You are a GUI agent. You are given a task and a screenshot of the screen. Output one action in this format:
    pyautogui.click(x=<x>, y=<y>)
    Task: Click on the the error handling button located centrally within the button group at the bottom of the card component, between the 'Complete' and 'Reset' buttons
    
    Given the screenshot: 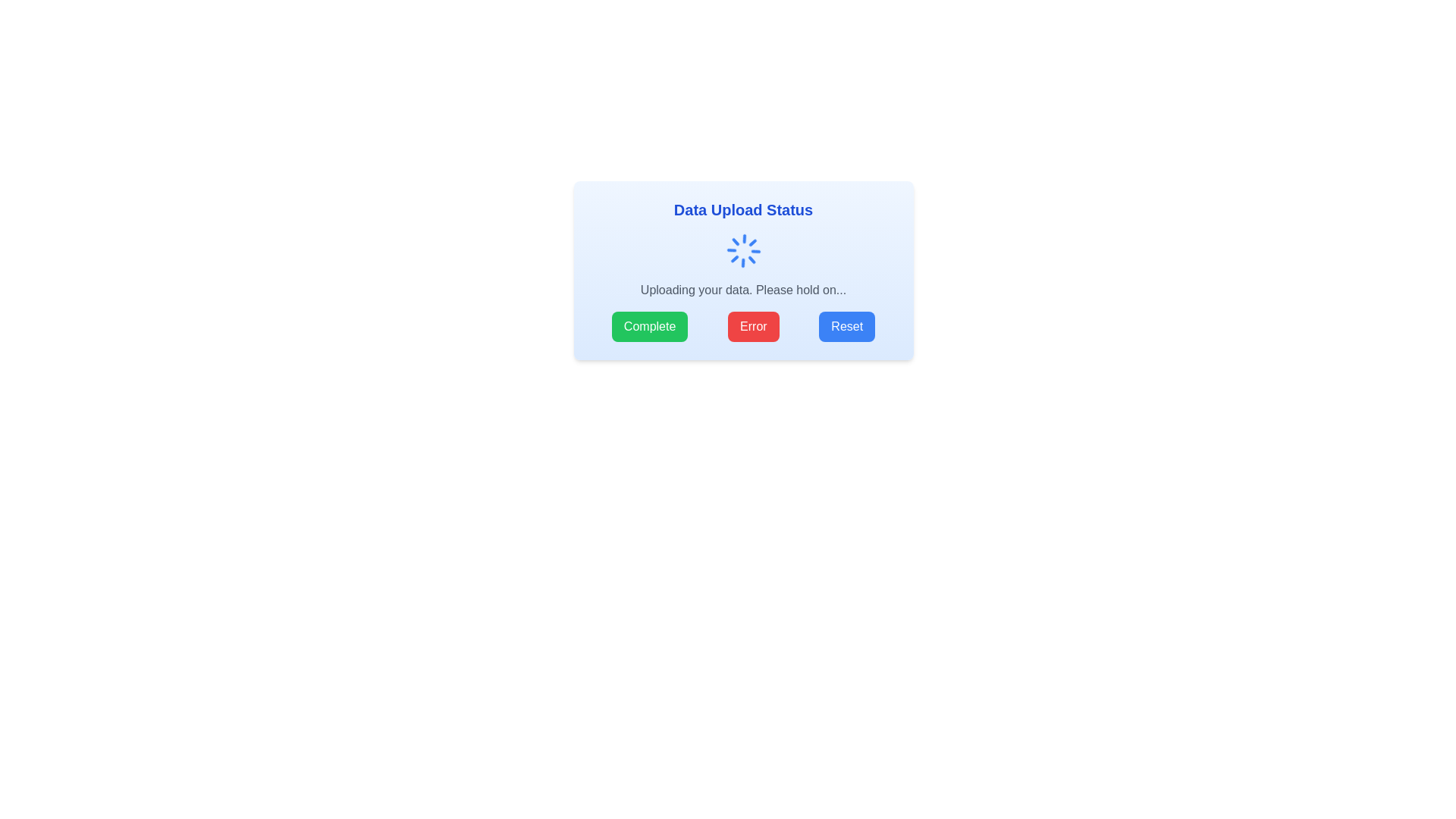 What is the action you would take?
    pyautogui.click(x=753, y=326)
    